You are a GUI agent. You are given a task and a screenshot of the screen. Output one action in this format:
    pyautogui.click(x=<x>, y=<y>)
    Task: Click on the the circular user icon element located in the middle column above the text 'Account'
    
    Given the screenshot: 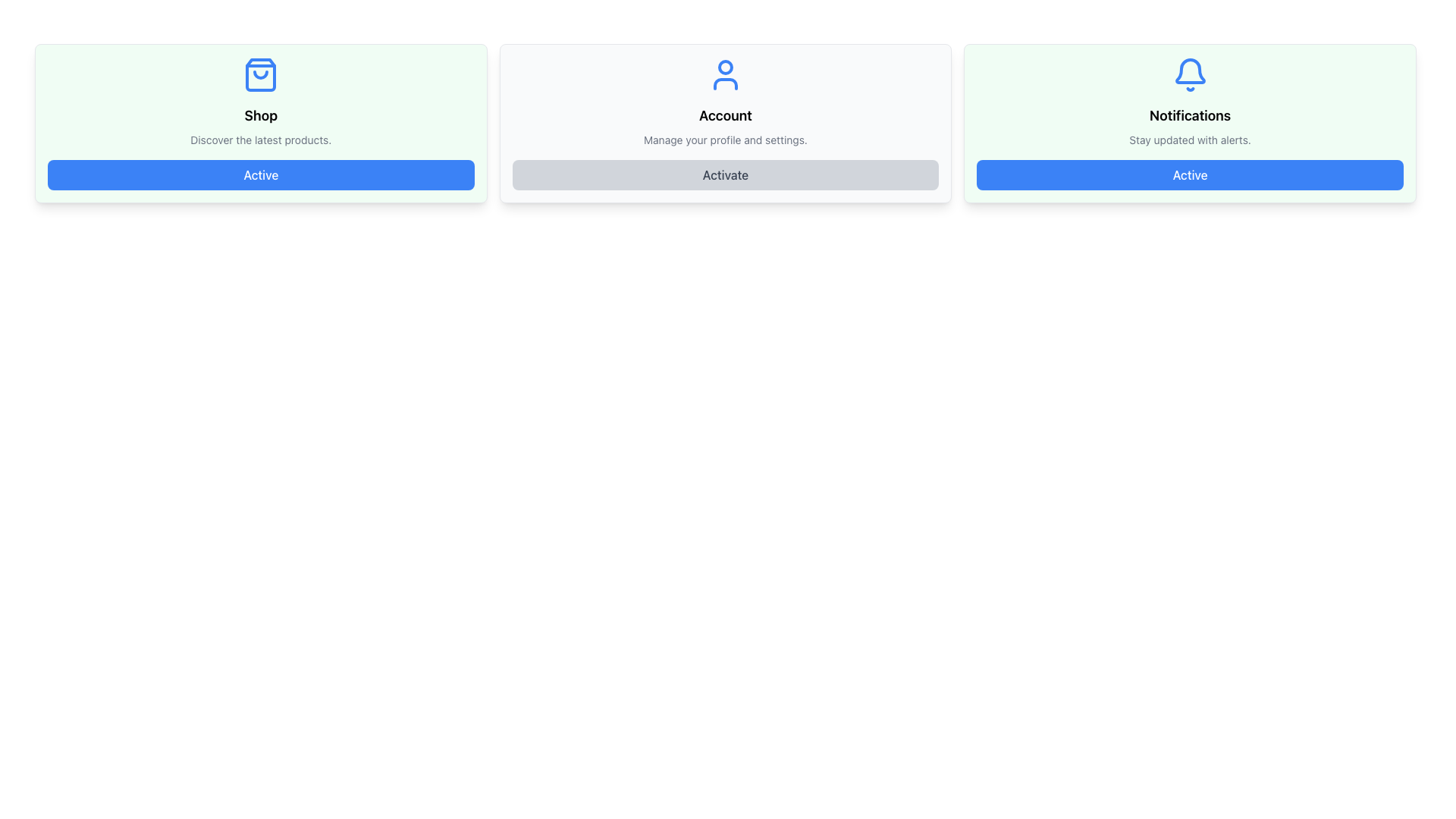 What is the action you would take?
    pyautogui.click(x=724, y=66)
    